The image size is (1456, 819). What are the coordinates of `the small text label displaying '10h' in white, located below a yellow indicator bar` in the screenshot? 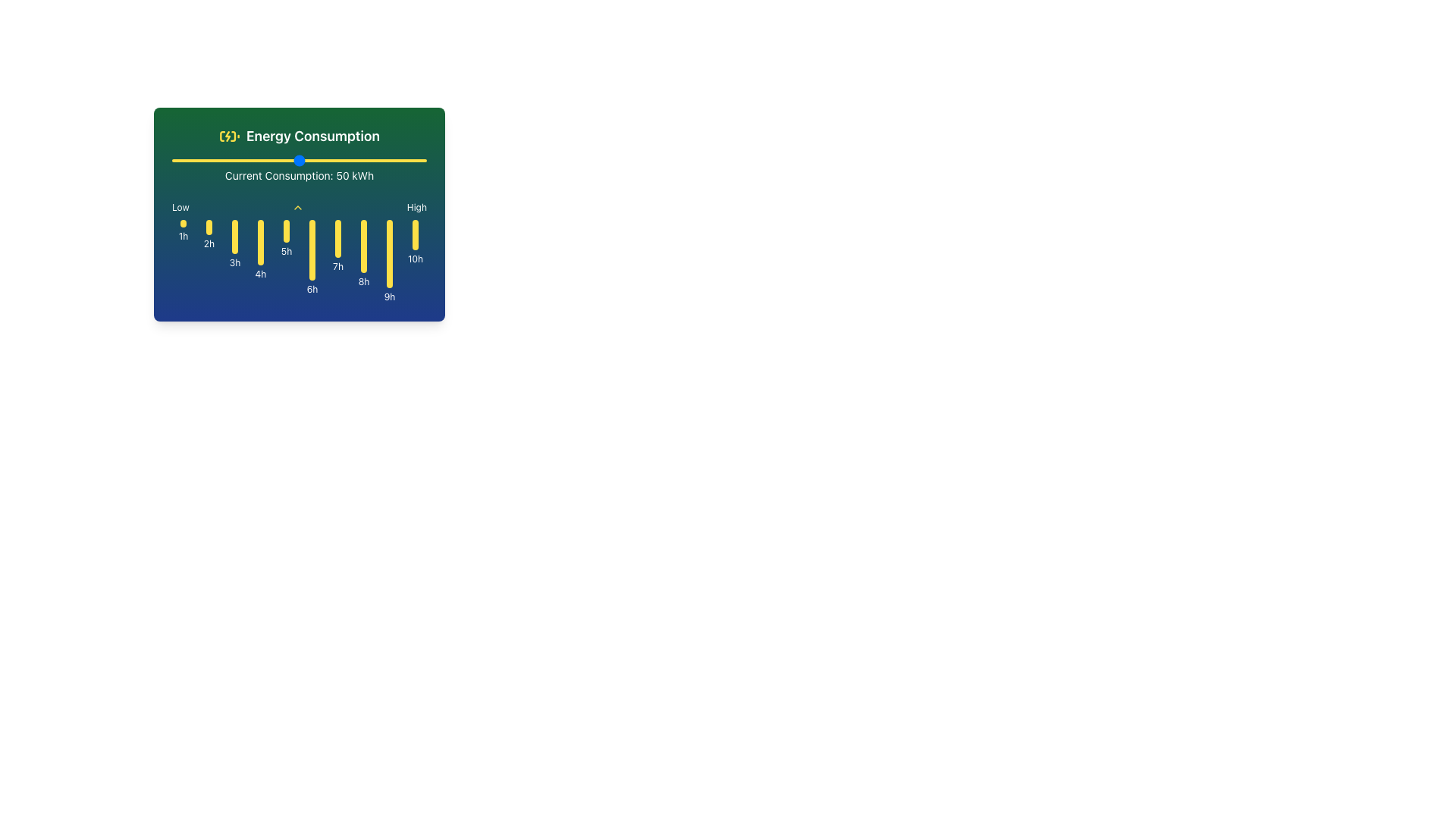 It's located at (415, 259).